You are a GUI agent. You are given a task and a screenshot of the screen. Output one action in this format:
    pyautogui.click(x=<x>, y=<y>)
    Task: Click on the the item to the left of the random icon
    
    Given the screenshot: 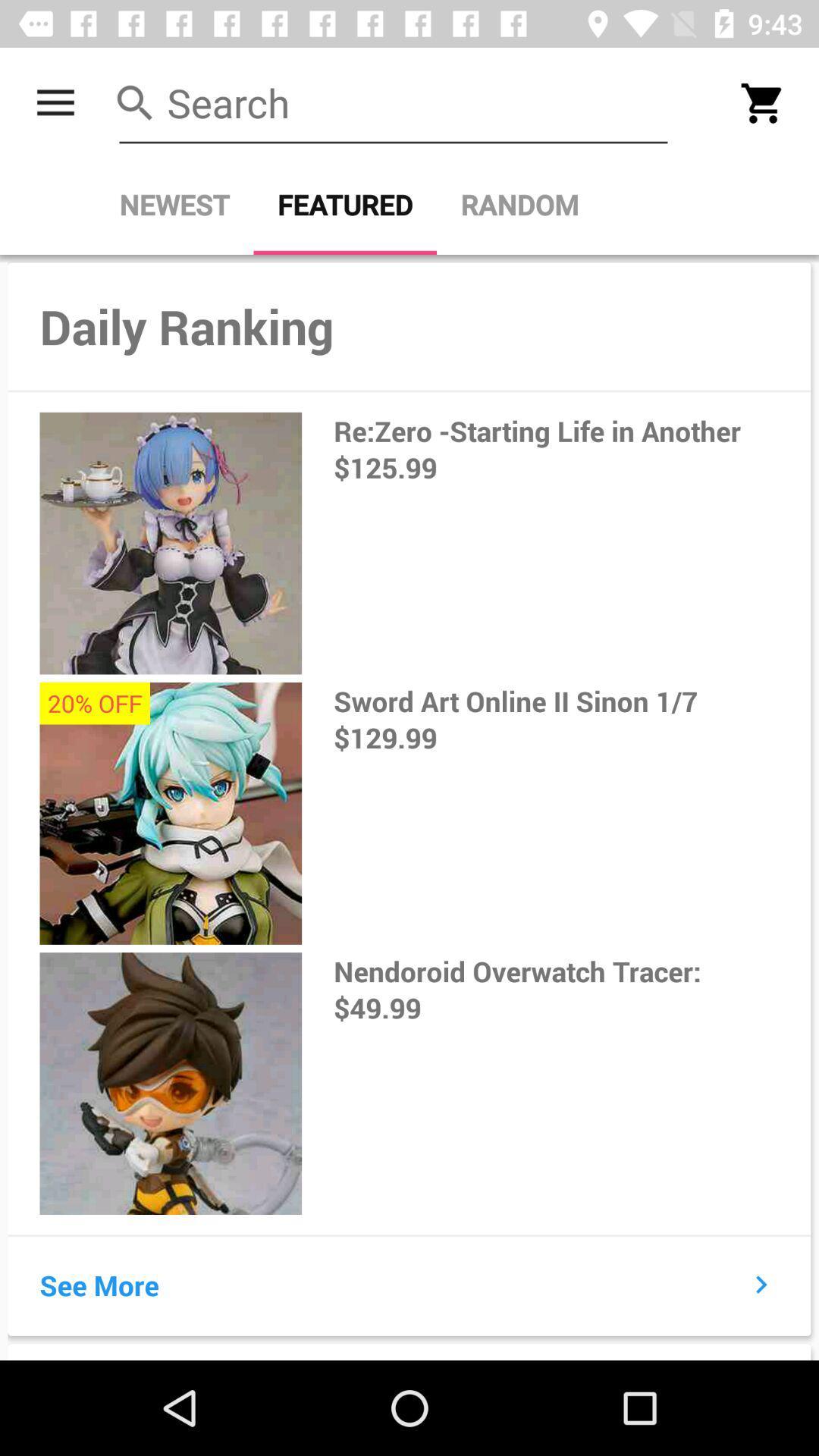 What is the action you would take?
    pyautogui.click(x=345, y=204)
    